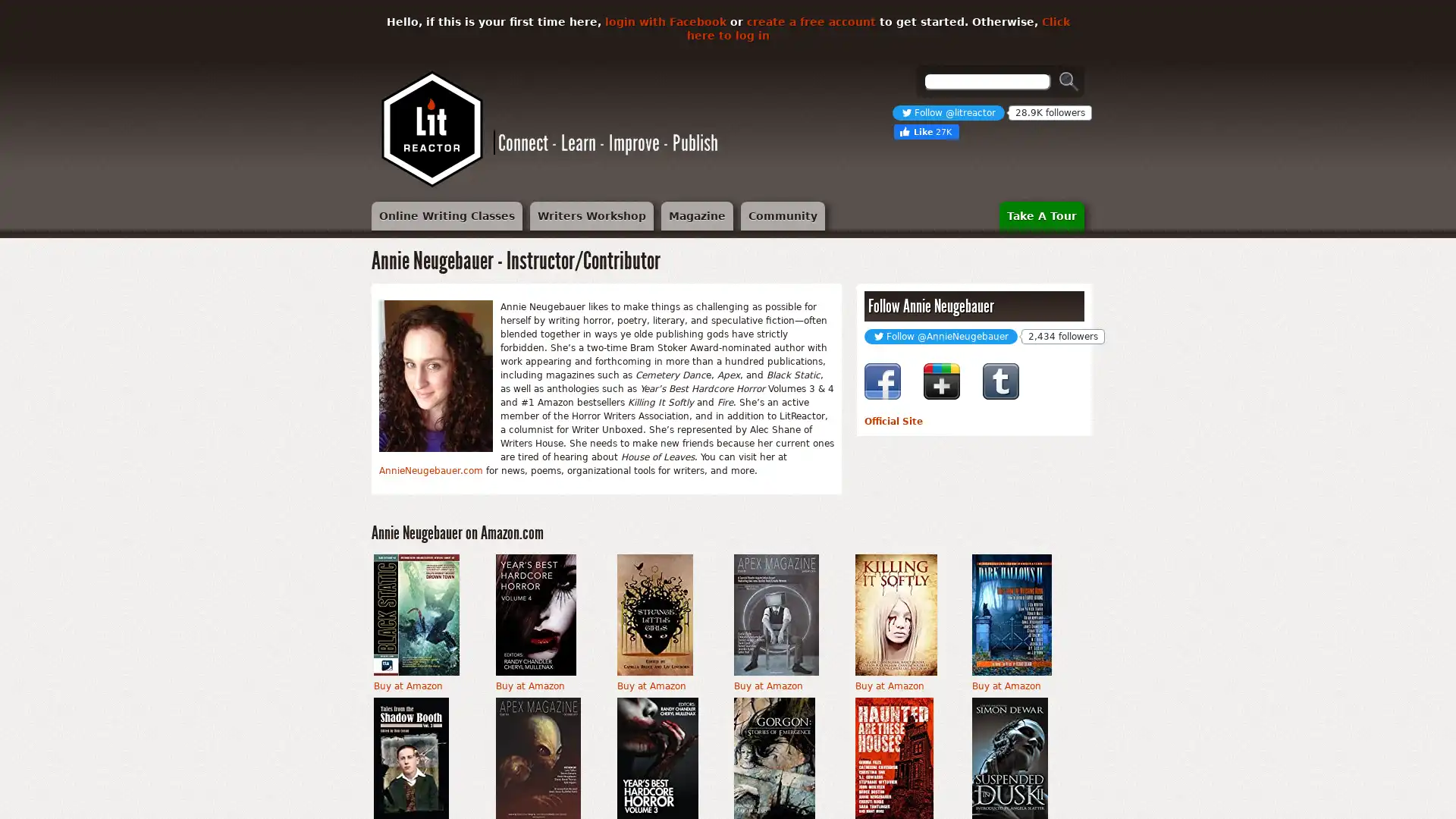 Image resolution: width=1456 pixels, height=819 pixels. What do you see at coordinates (1068, 81) in the screenshot?
I see `Search` at bounding box center [1068, 81].